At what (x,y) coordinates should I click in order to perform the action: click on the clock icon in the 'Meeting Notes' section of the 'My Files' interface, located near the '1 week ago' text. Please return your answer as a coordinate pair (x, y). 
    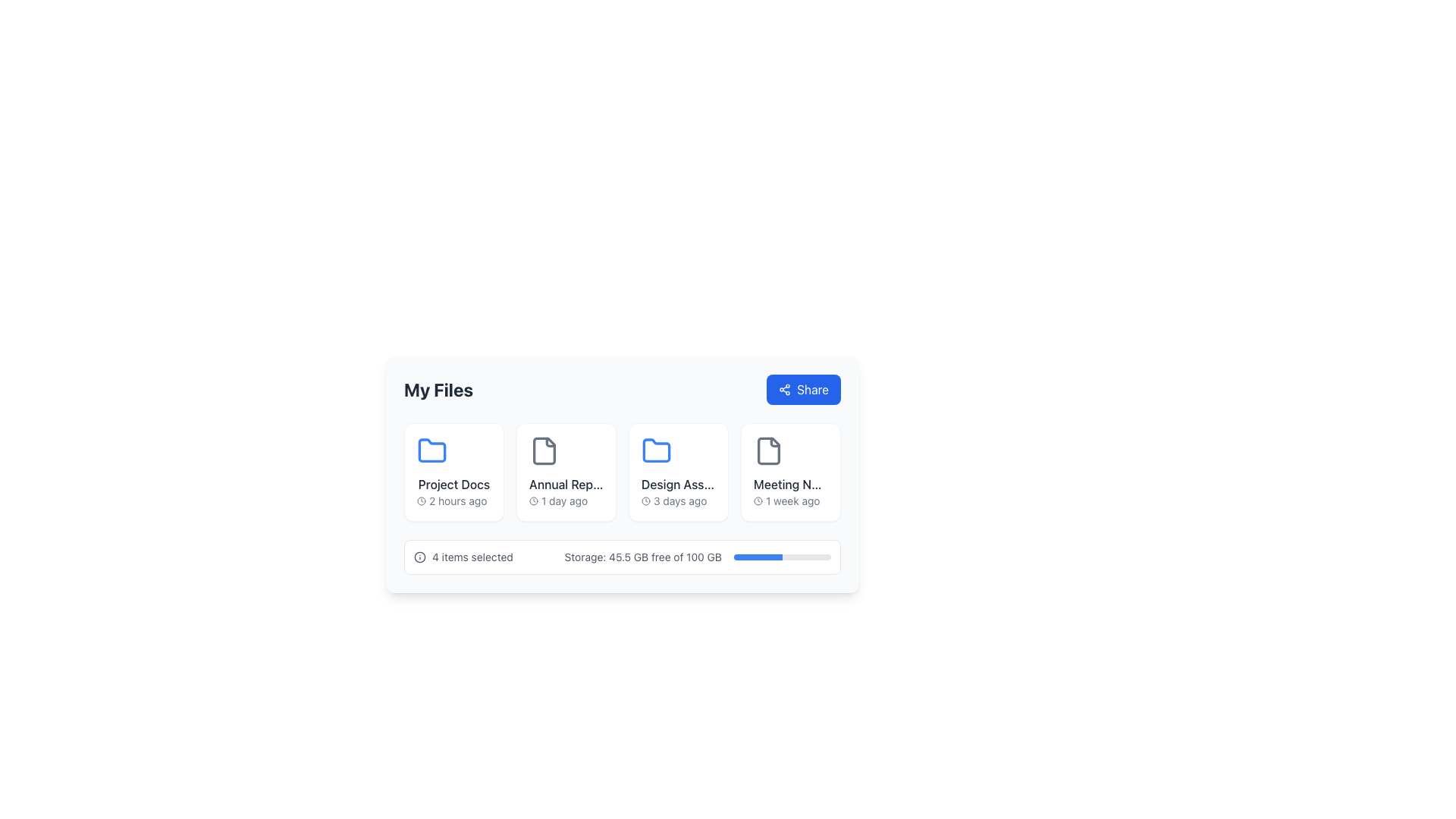
    Looking at the image, I should click on (758, 500).